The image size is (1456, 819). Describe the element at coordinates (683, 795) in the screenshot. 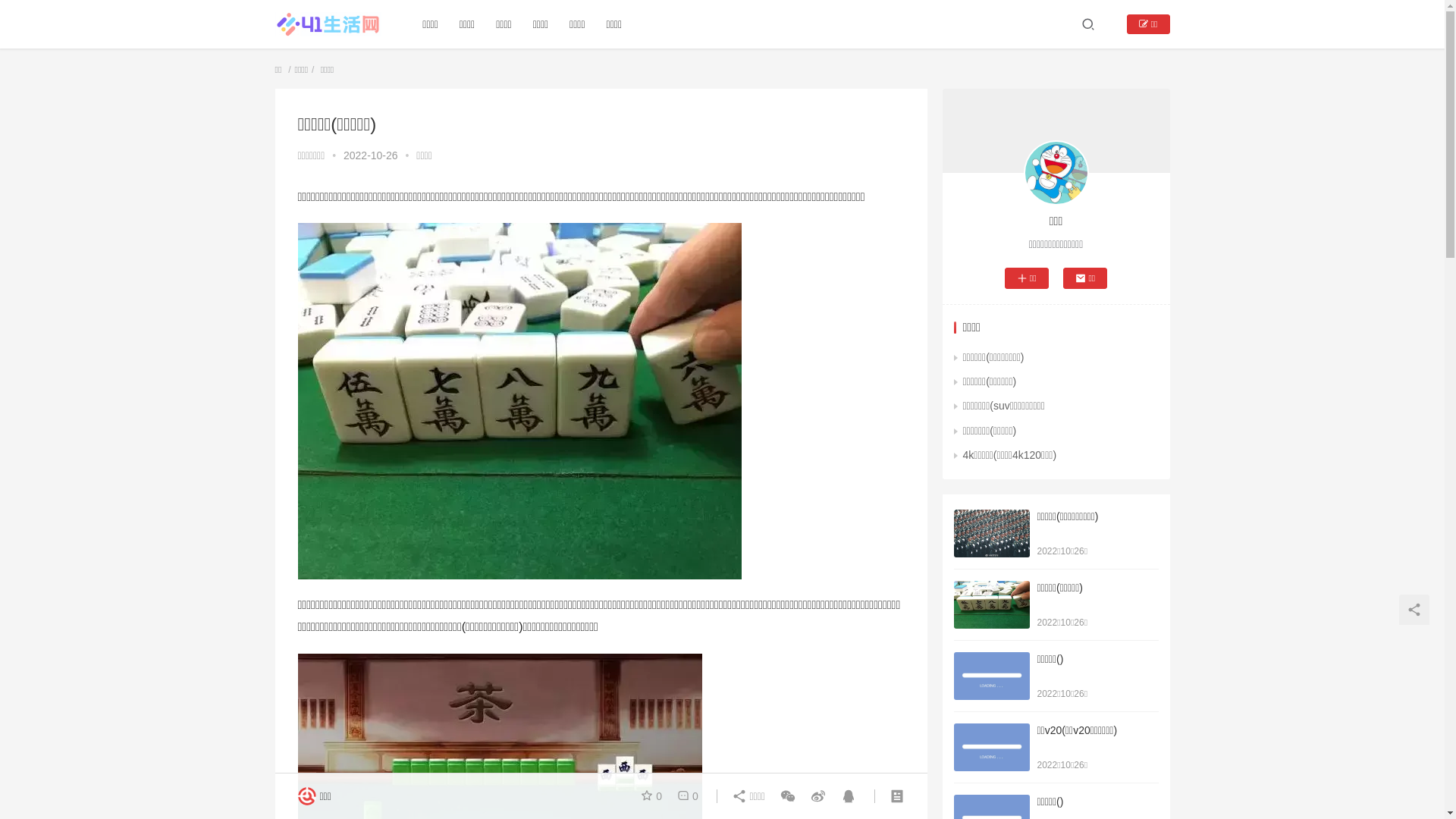

I see `'0'` at that location.